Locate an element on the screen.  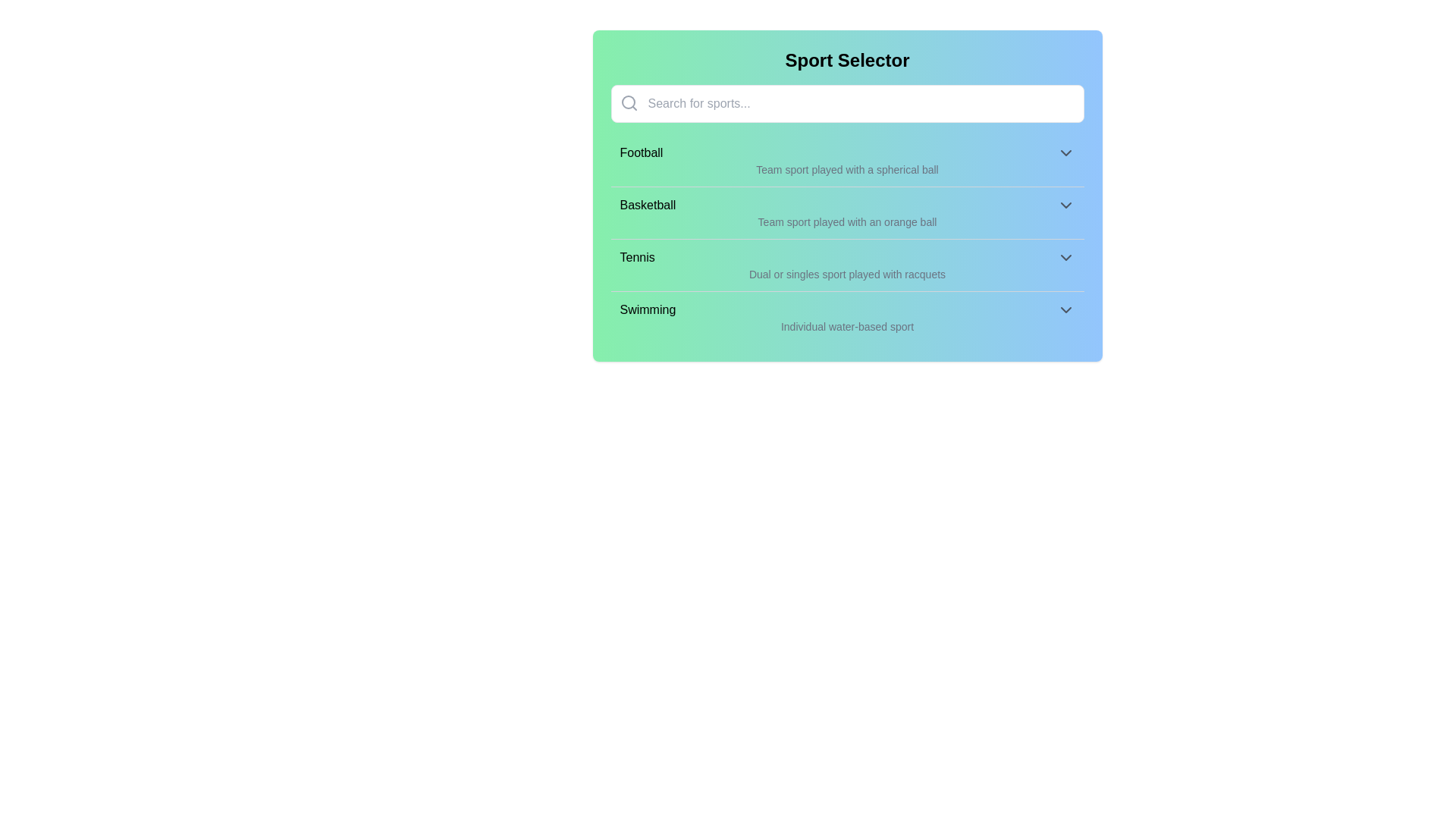
the static text label that provides additional context about the 'Football' option, located directly below the 'Football' title in the Sport Selector interface is located at coordinates (846, 169).